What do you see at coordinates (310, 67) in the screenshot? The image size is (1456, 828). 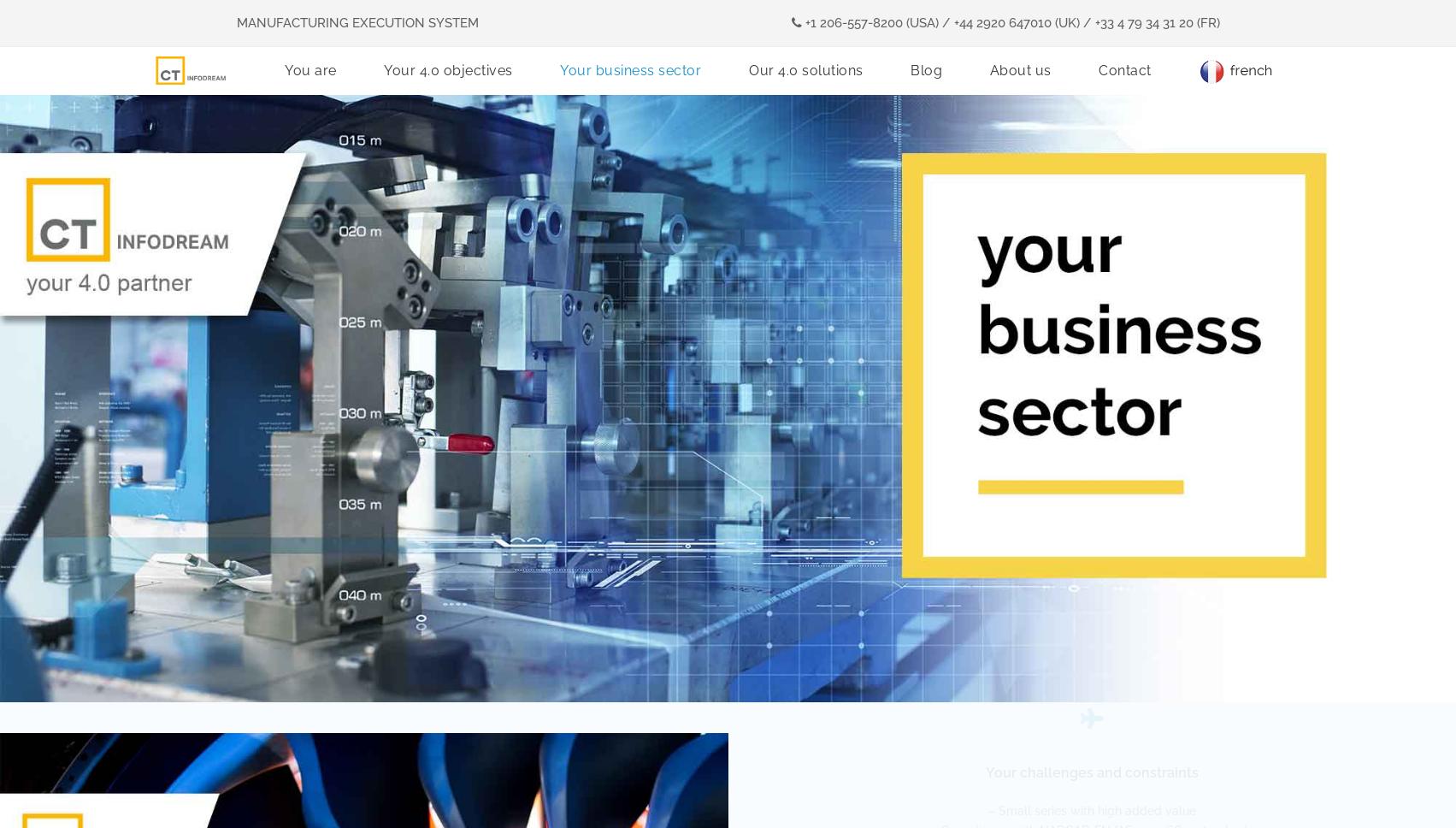 I see `'You are'` at bounding box center [310, 67].